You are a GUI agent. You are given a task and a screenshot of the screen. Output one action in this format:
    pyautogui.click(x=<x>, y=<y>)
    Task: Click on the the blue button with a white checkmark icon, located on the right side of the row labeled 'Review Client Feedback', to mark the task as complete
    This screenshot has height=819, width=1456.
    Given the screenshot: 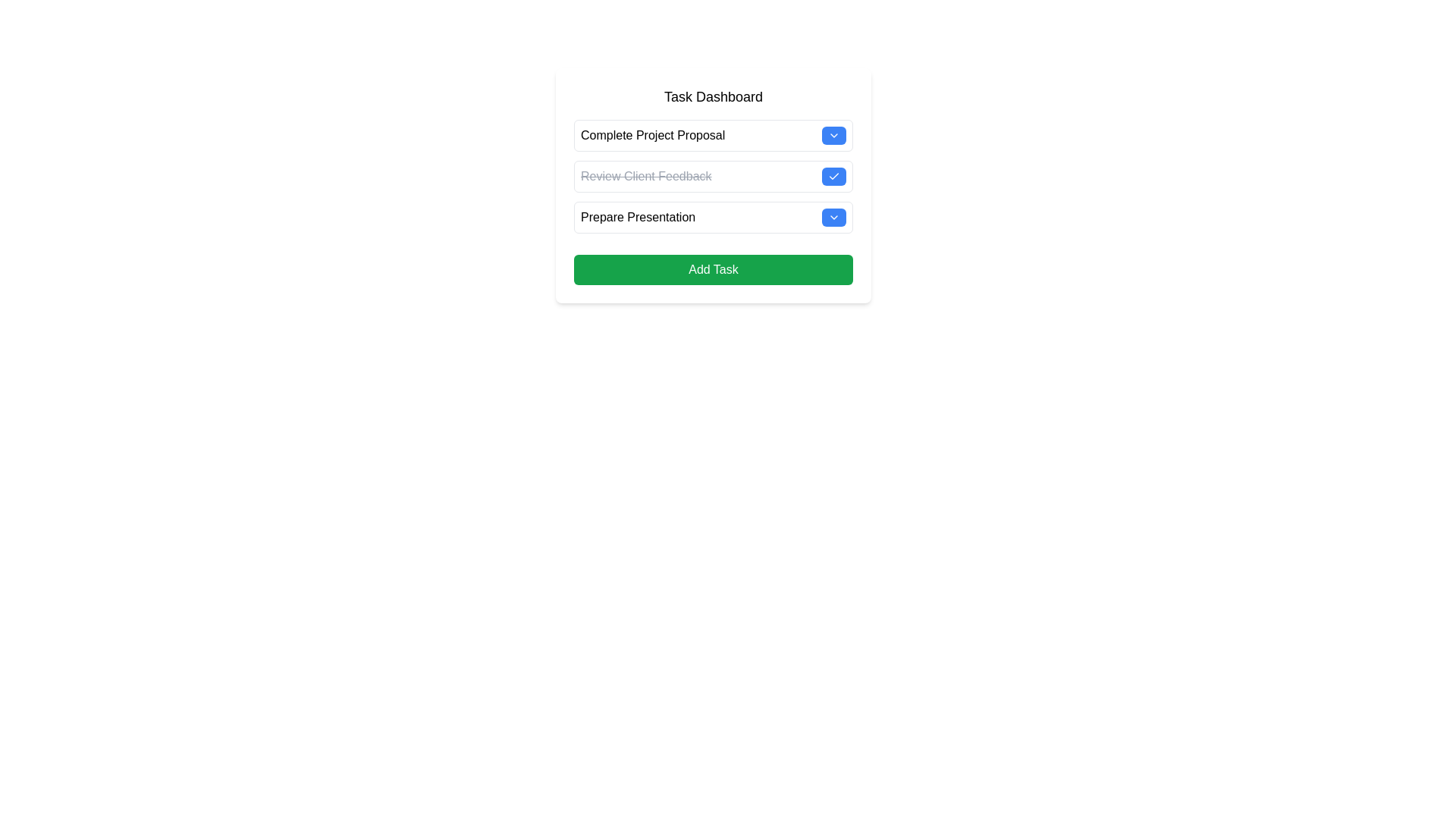 What is the action you would take?
    pyautogui.click(x=833, y=175)
    